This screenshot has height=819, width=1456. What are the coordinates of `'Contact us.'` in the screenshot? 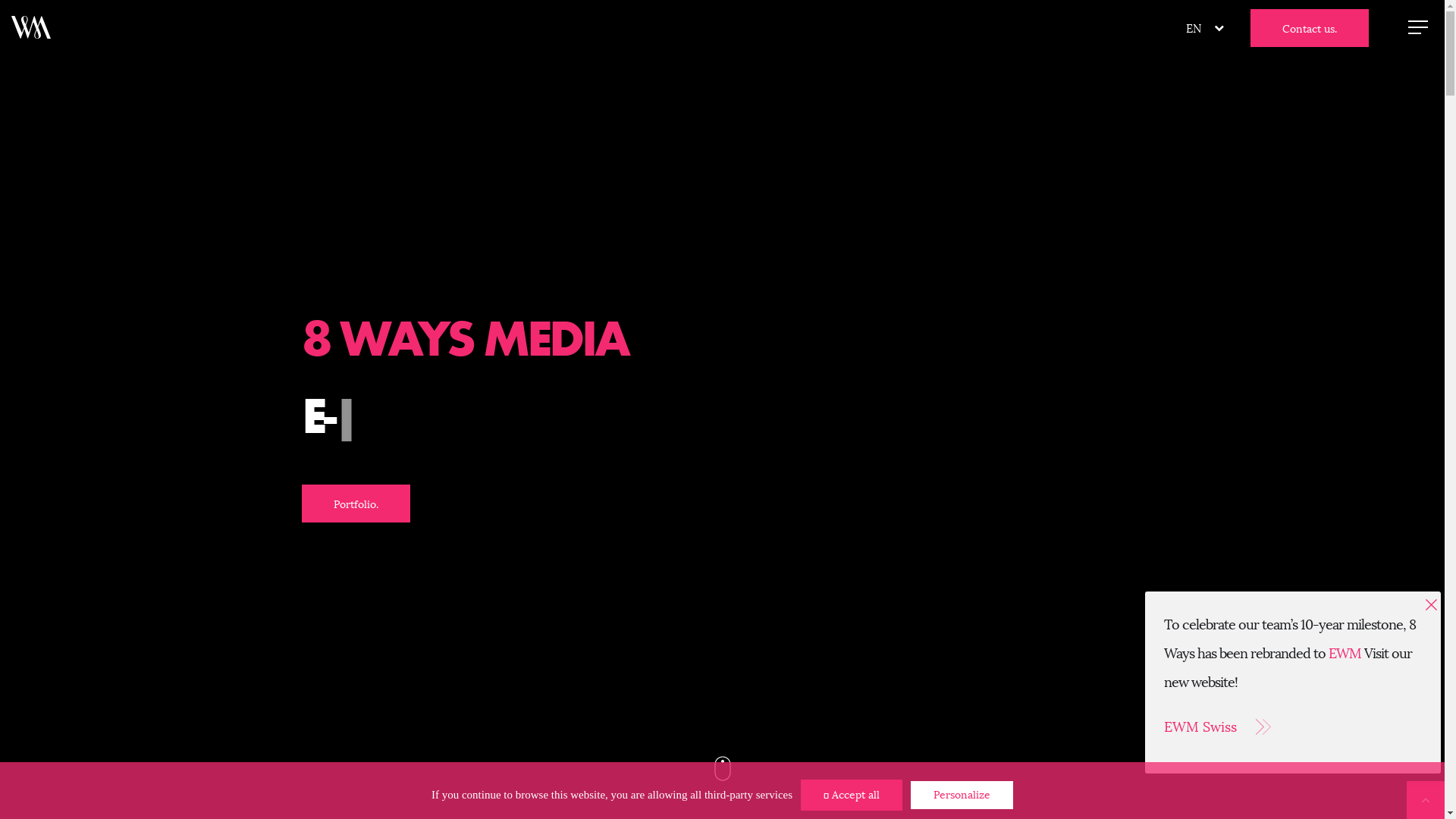 It's located at (1309, 28).